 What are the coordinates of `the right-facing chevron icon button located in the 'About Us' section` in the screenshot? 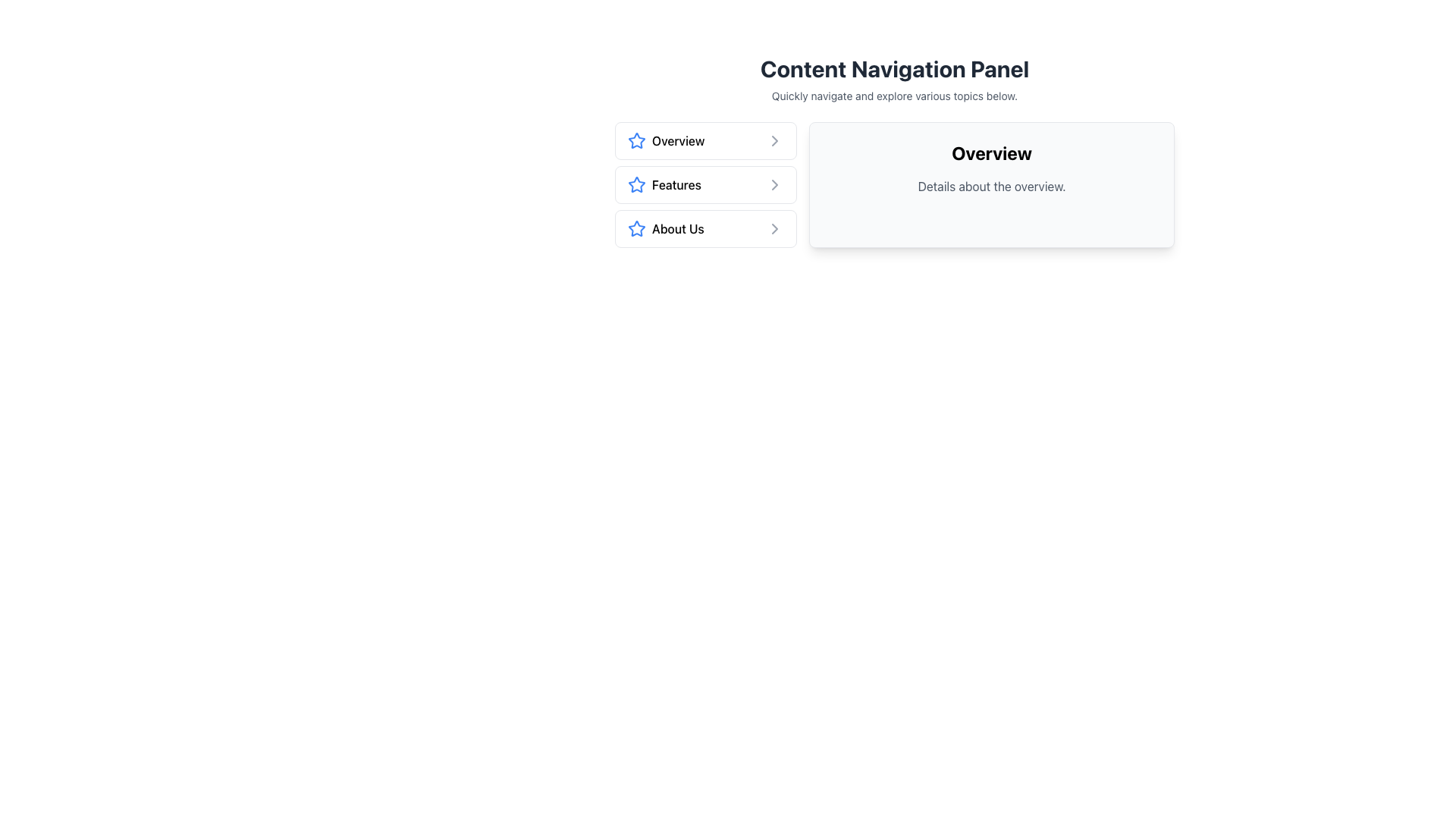 It's located at (775, 228).